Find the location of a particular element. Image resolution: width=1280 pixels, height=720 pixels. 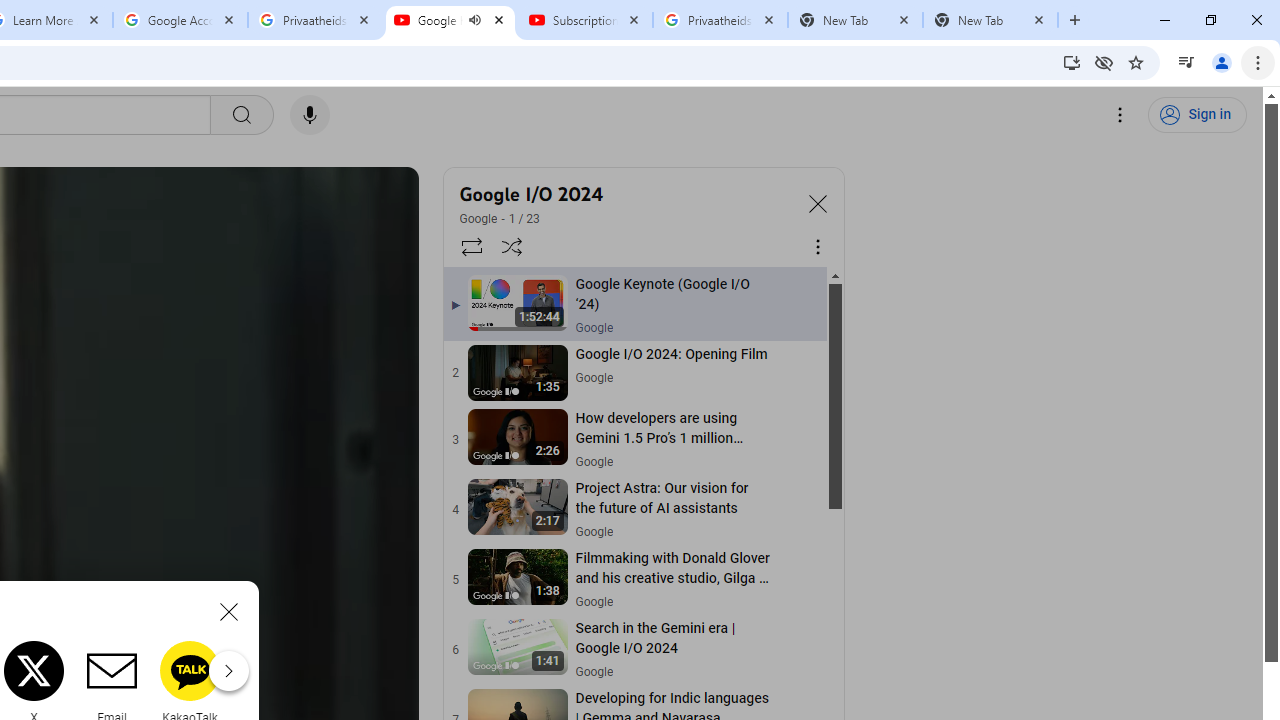

'Google I/O 2024' is located at coordinates (624, 194).